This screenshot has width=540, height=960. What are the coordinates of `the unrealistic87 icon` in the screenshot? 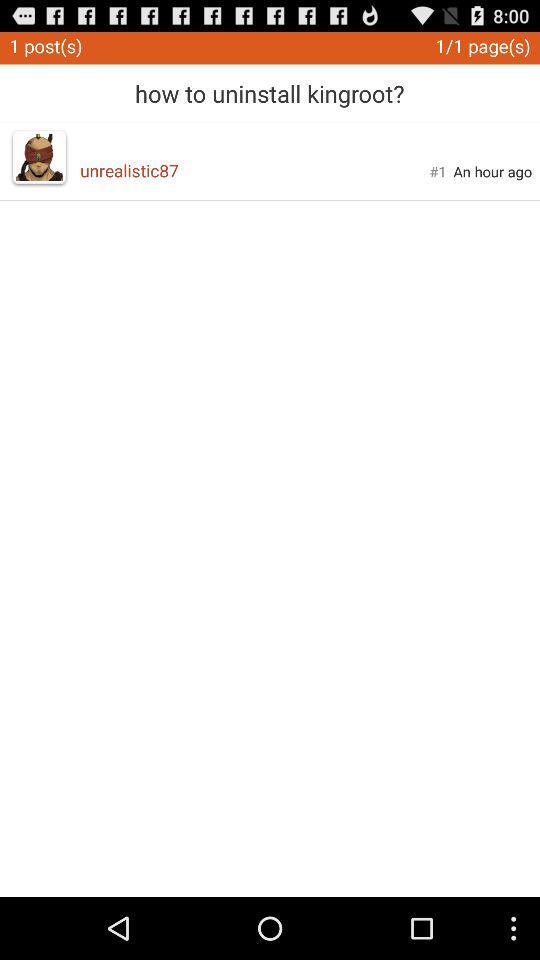 It's located at (254, 169).